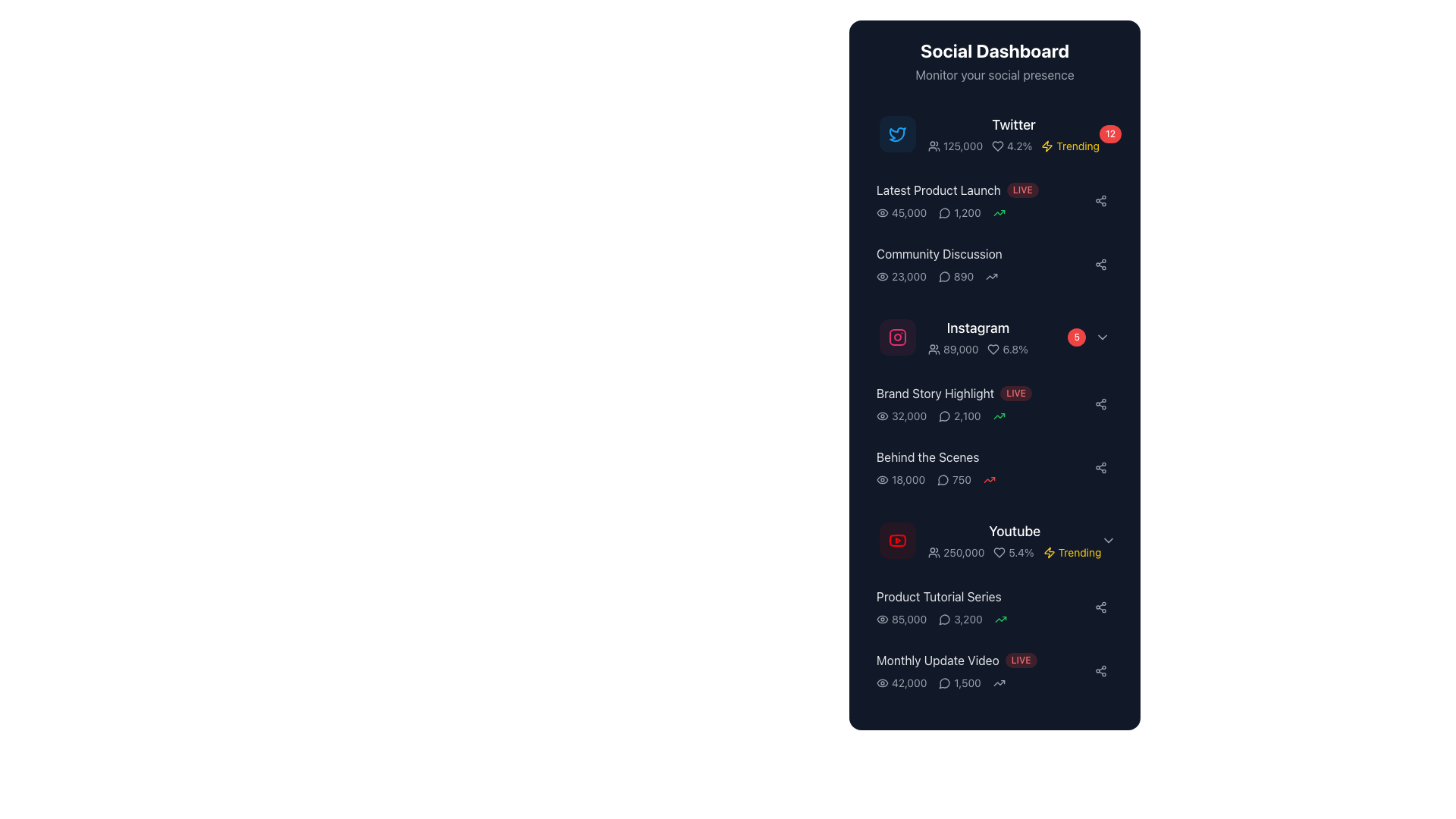 The height and width of the screenshot is (819, 1456). I want to click on the share icon located at the right end of the 'Community Discussion' row in the Social Dashboard interface to share the content, so click(1100, 263).